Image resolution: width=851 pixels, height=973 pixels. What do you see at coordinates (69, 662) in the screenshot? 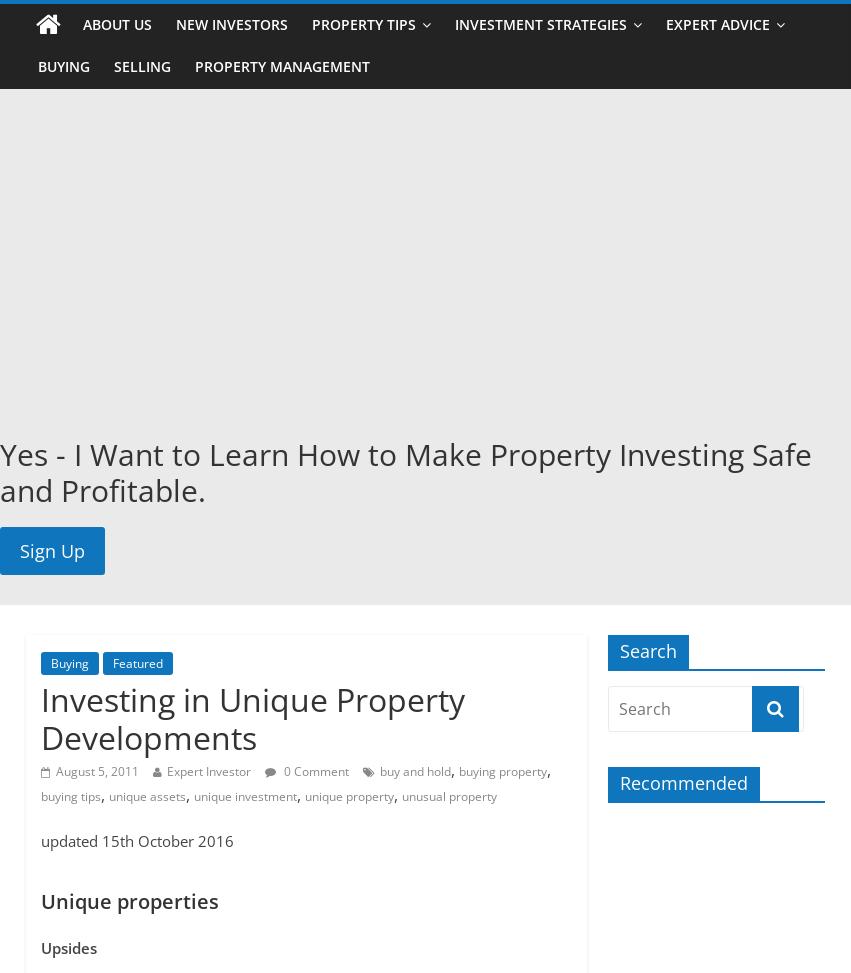
I see `'Buying'` at bounding box center [69, 662].